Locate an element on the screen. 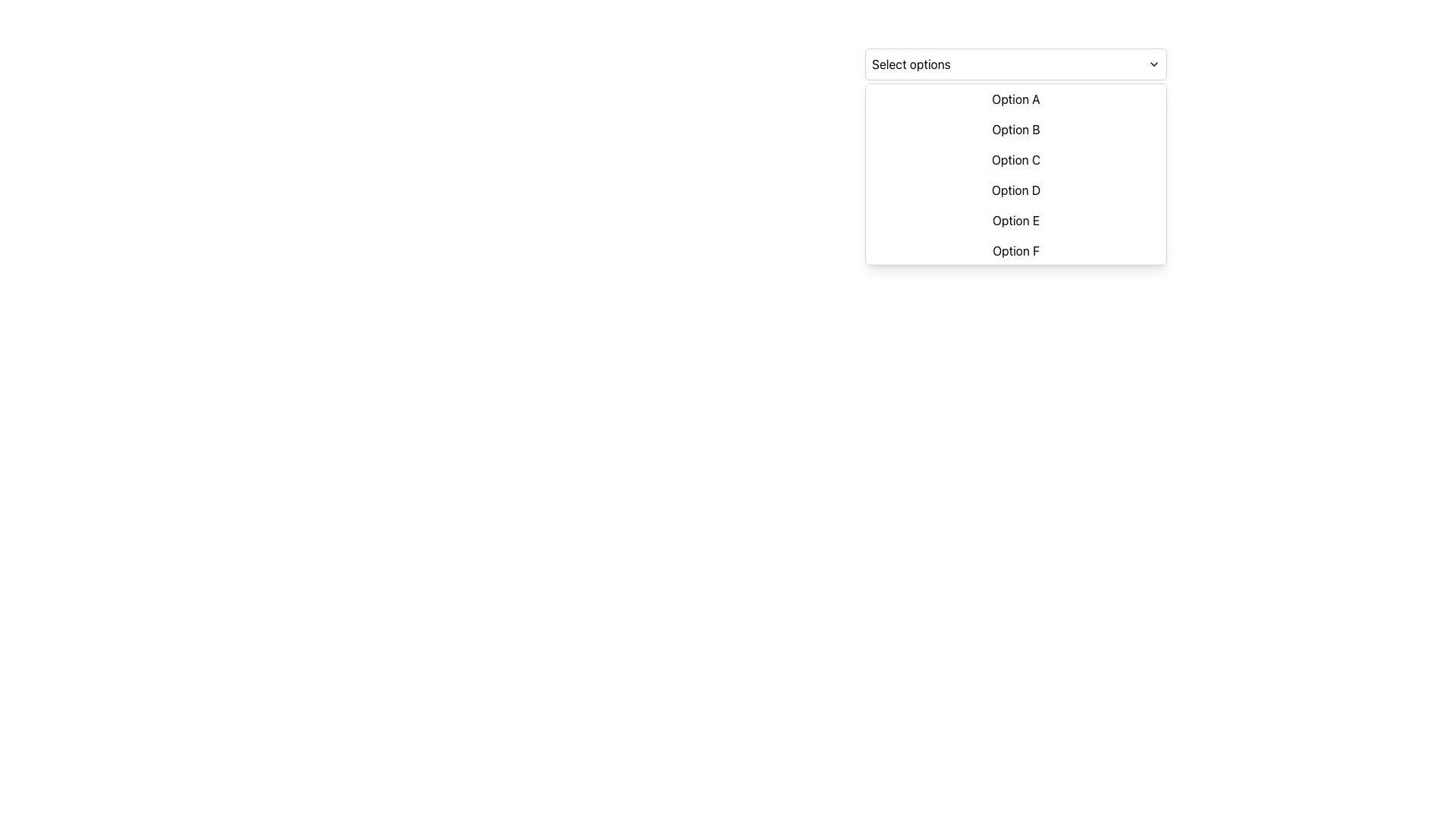 This screenshot has height=819, width=1456. the 'Option B' dropdown menu item is located at coordinates (1015, 128).